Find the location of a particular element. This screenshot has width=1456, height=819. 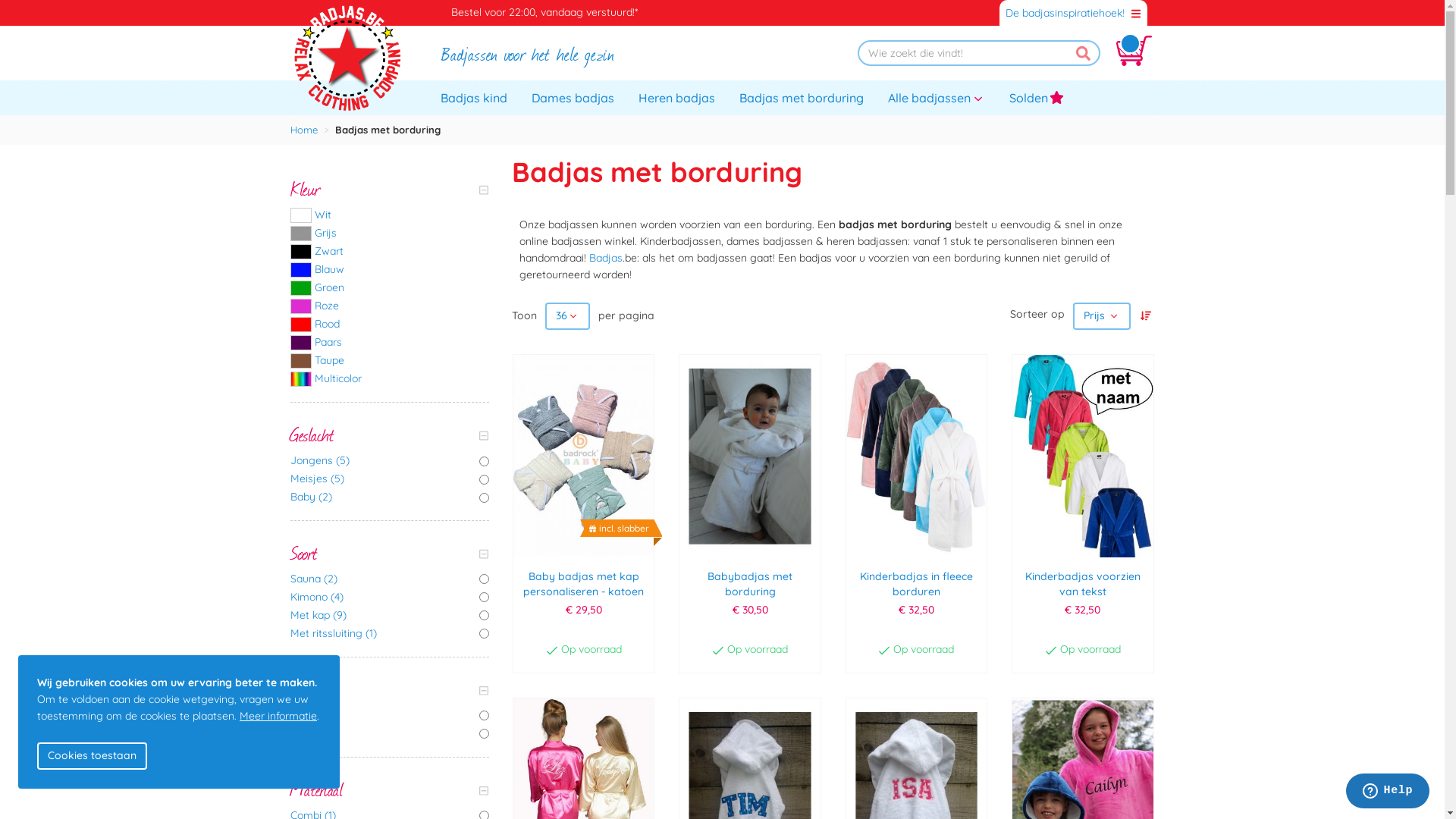

'Met kap is located at coordinates (290, 616).